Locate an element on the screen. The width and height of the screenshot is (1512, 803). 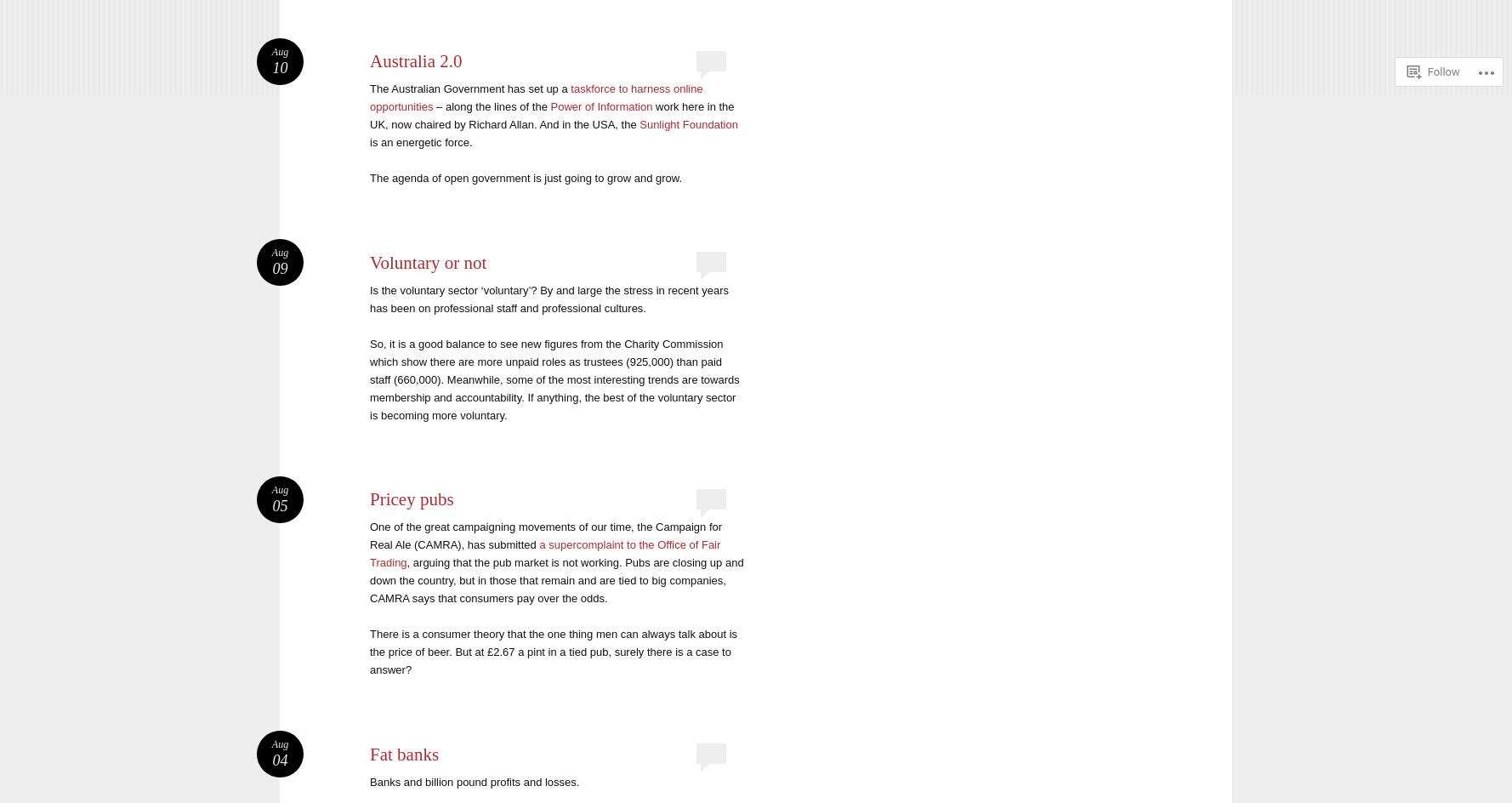
'Power of Information' is located at coordinates (602, 106).